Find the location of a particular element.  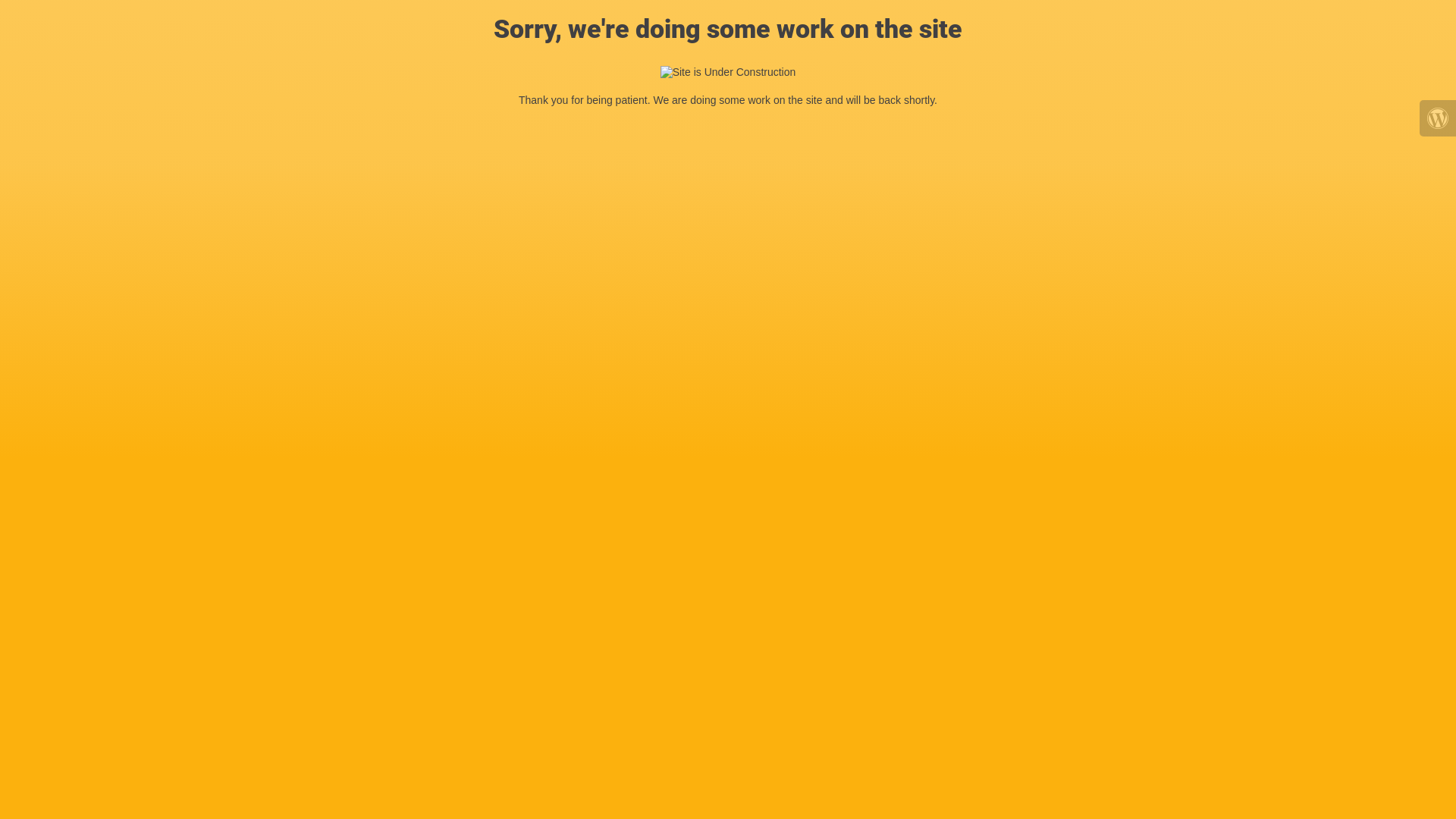

'Site is Under Construction' is located at coordinates (660, 72).